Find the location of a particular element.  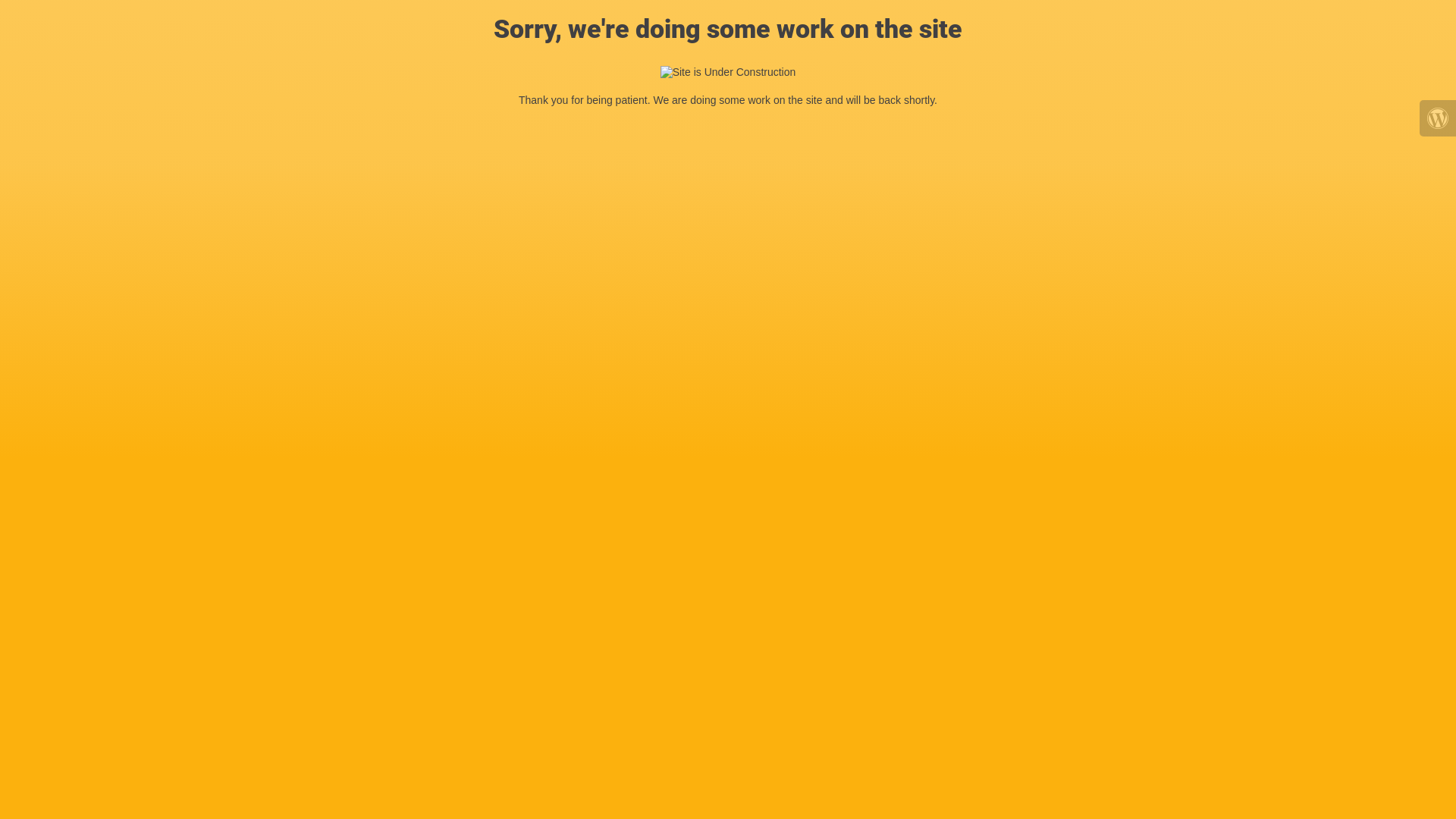

'Site is Under Construction' is located at coordinates (660, 72).